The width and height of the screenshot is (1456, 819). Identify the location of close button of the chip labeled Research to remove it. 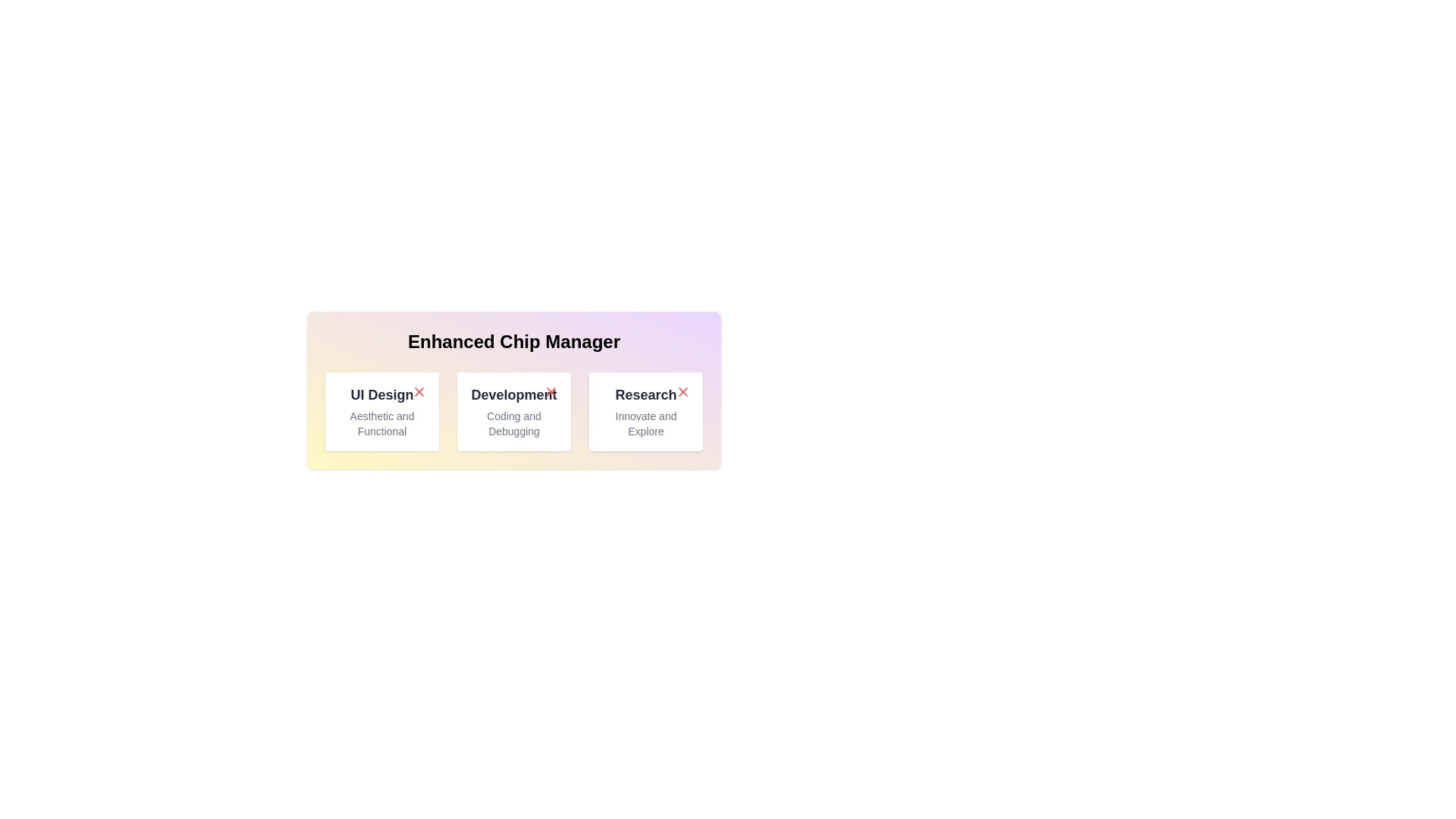
(682, 391).